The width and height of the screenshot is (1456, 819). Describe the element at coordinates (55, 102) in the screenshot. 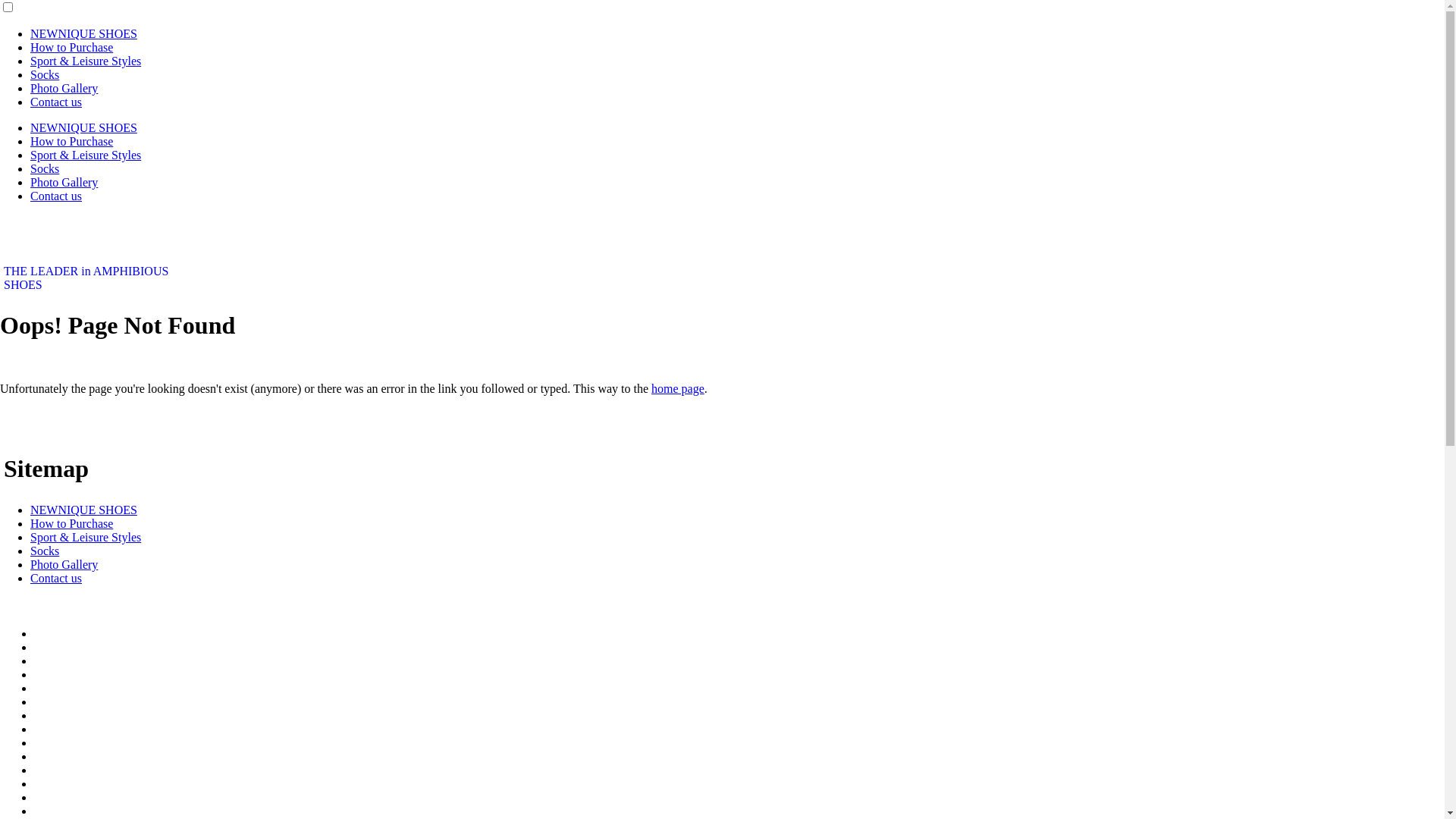

I see `'Contact us'` at that location.